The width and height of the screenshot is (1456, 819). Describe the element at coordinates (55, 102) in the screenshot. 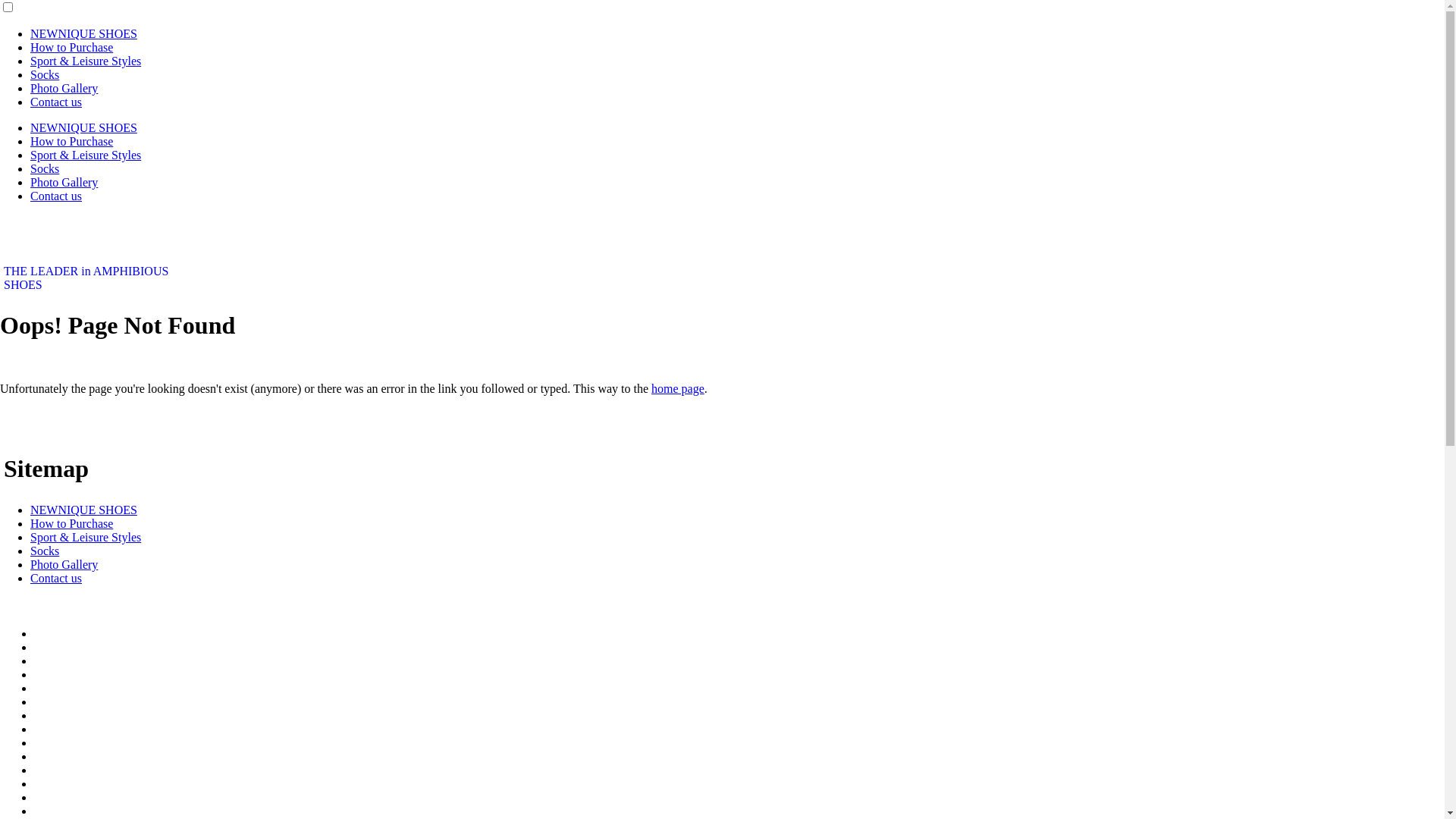

I see `'Contact us'` at that location.